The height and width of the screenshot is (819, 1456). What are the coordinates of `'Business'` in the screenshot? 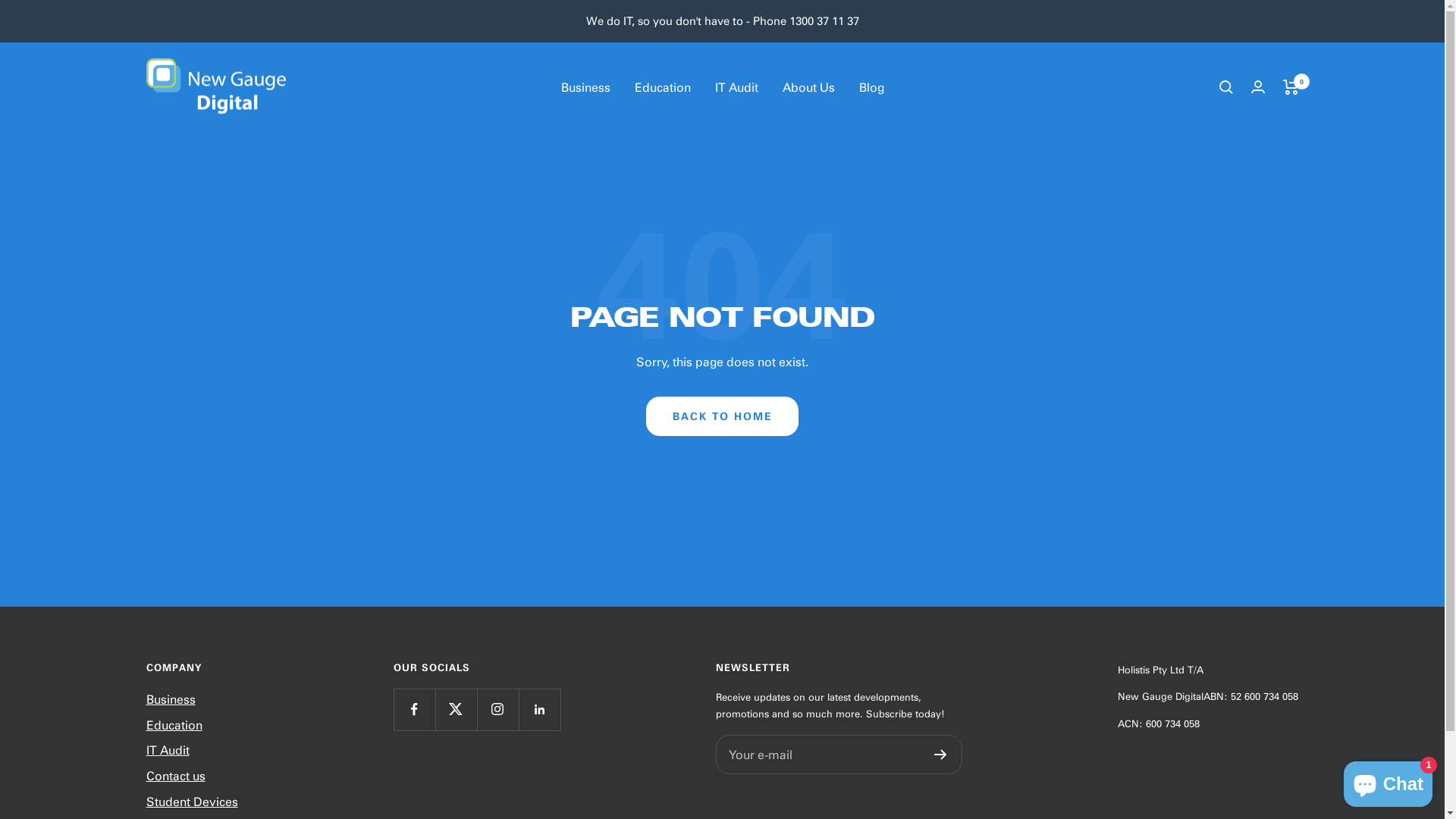 It's located at (146, 698).